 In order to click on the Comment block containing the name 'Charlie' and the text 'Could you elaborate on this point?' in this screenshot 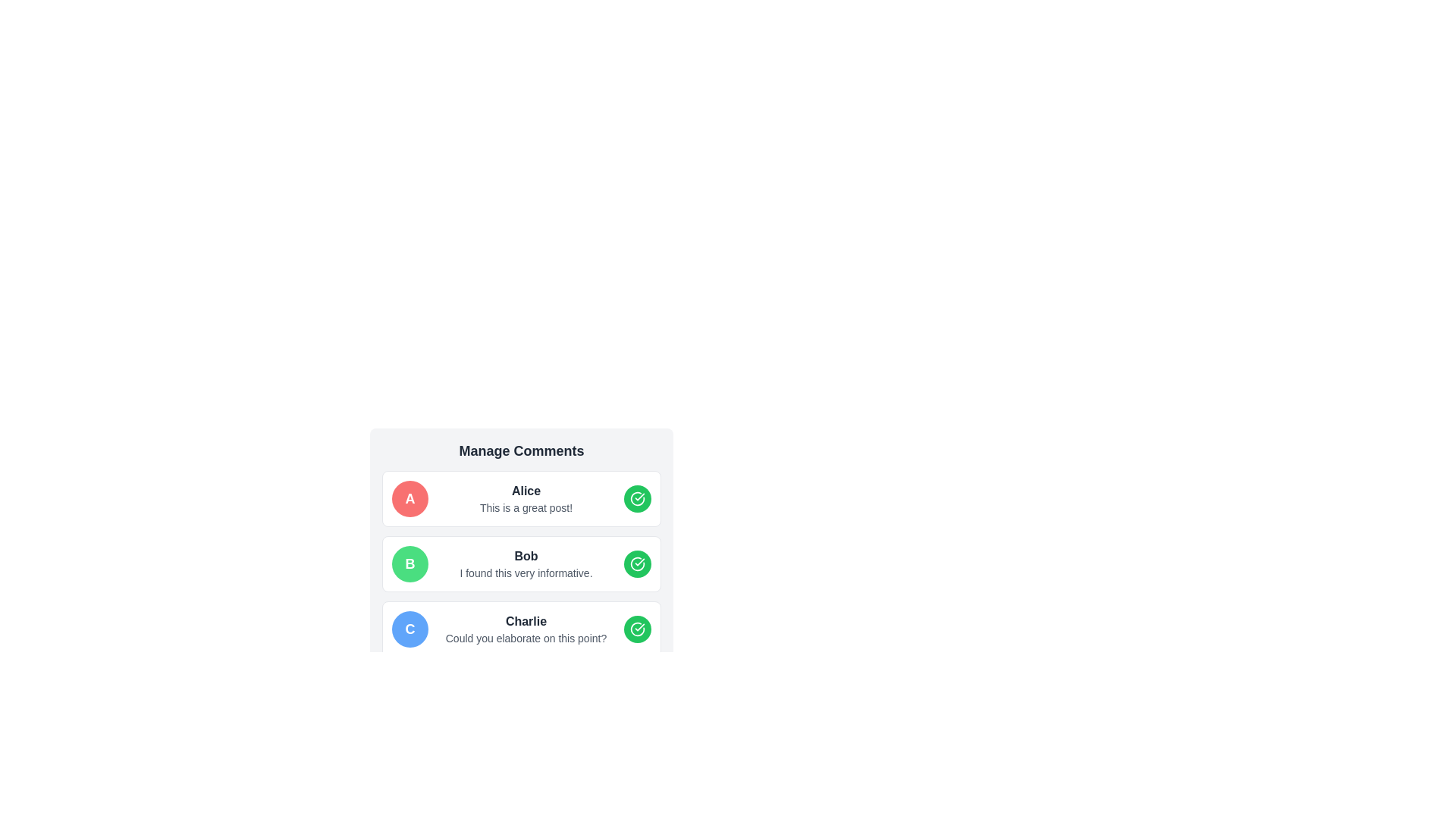, I will do `click(521, 629)`.